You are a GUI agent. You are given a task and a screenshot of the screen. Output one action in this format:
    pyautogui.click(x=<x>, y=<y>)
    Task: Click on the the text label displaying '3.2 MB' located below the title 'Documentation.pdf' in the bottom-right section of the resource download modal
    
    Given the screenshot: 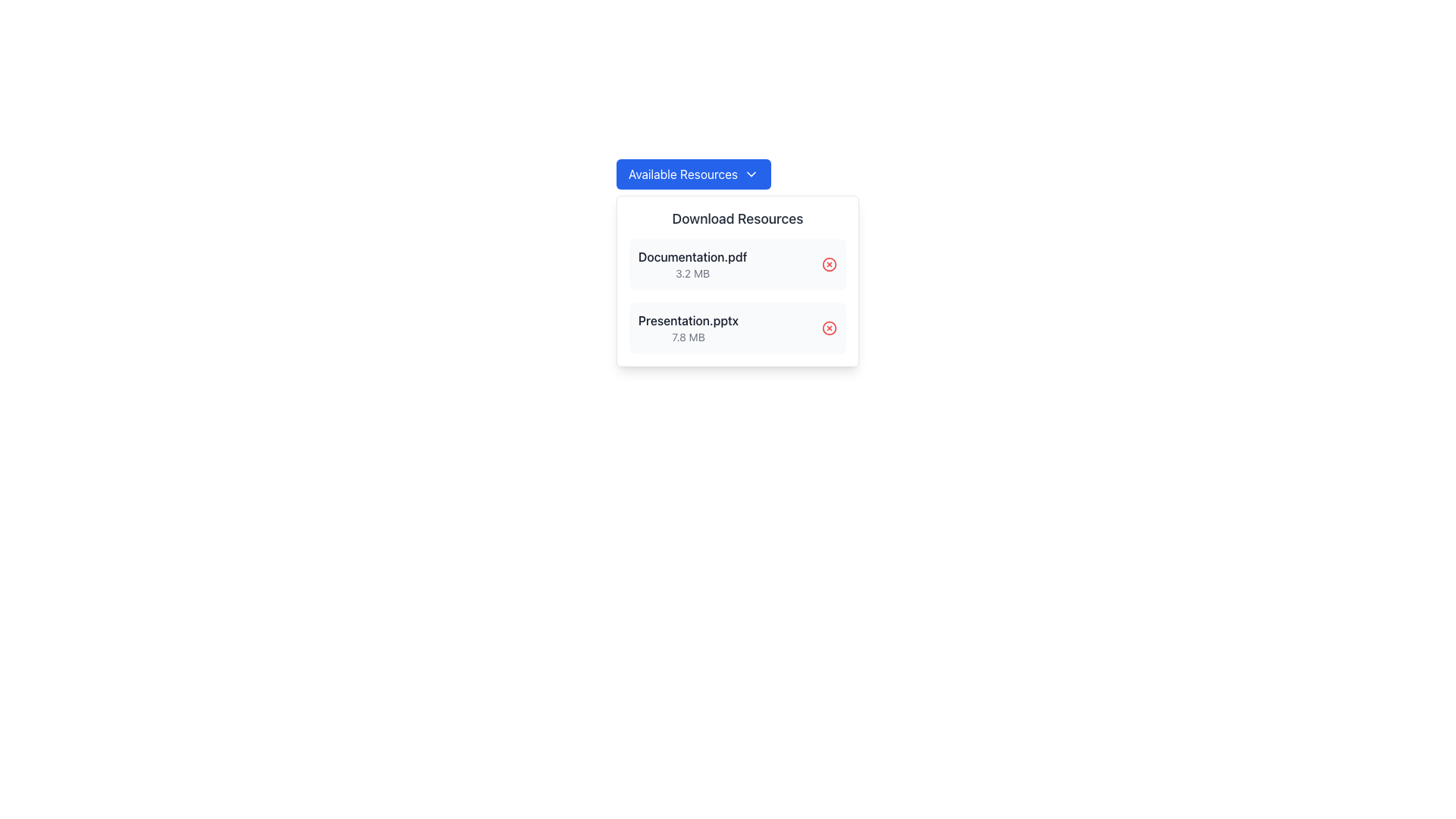 What is the action you would take?
    pyautogui.click(x=692, y=274)
    